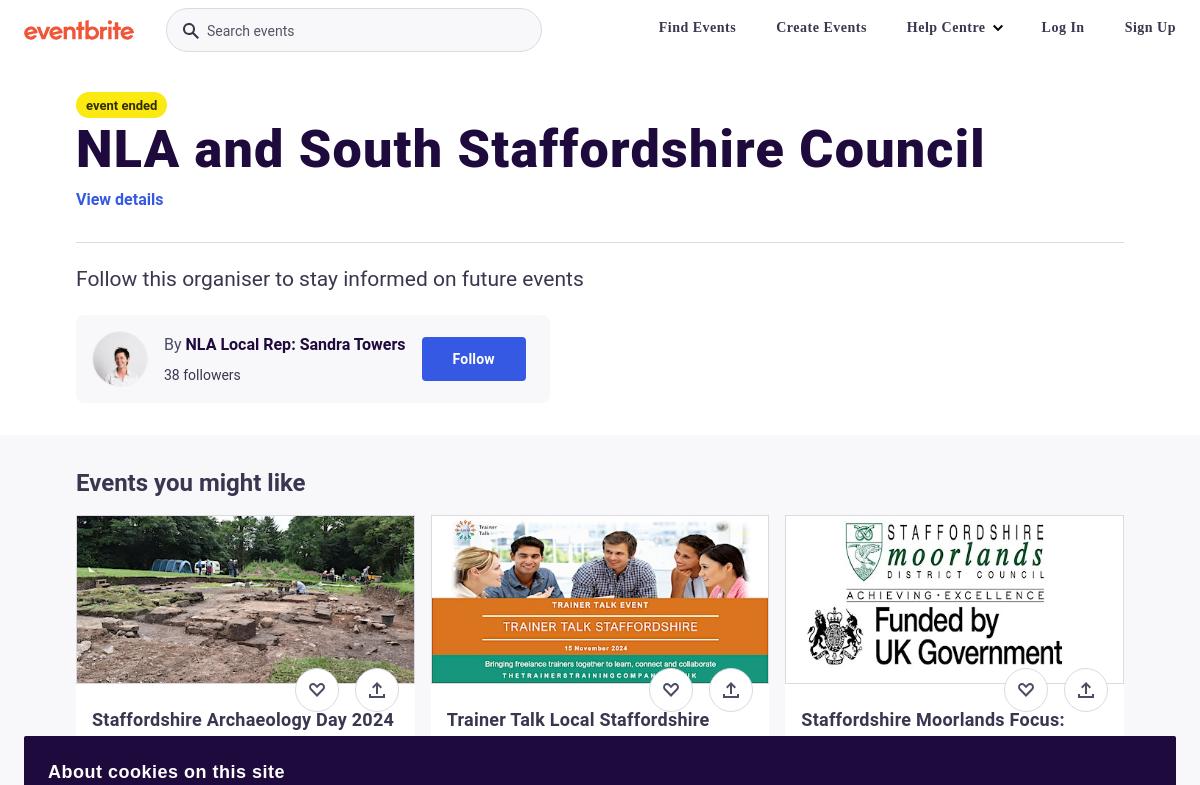  I want to click on 'Staffordshire Moorlands Focus:  Effective Bid Writing', so click(932, 731).